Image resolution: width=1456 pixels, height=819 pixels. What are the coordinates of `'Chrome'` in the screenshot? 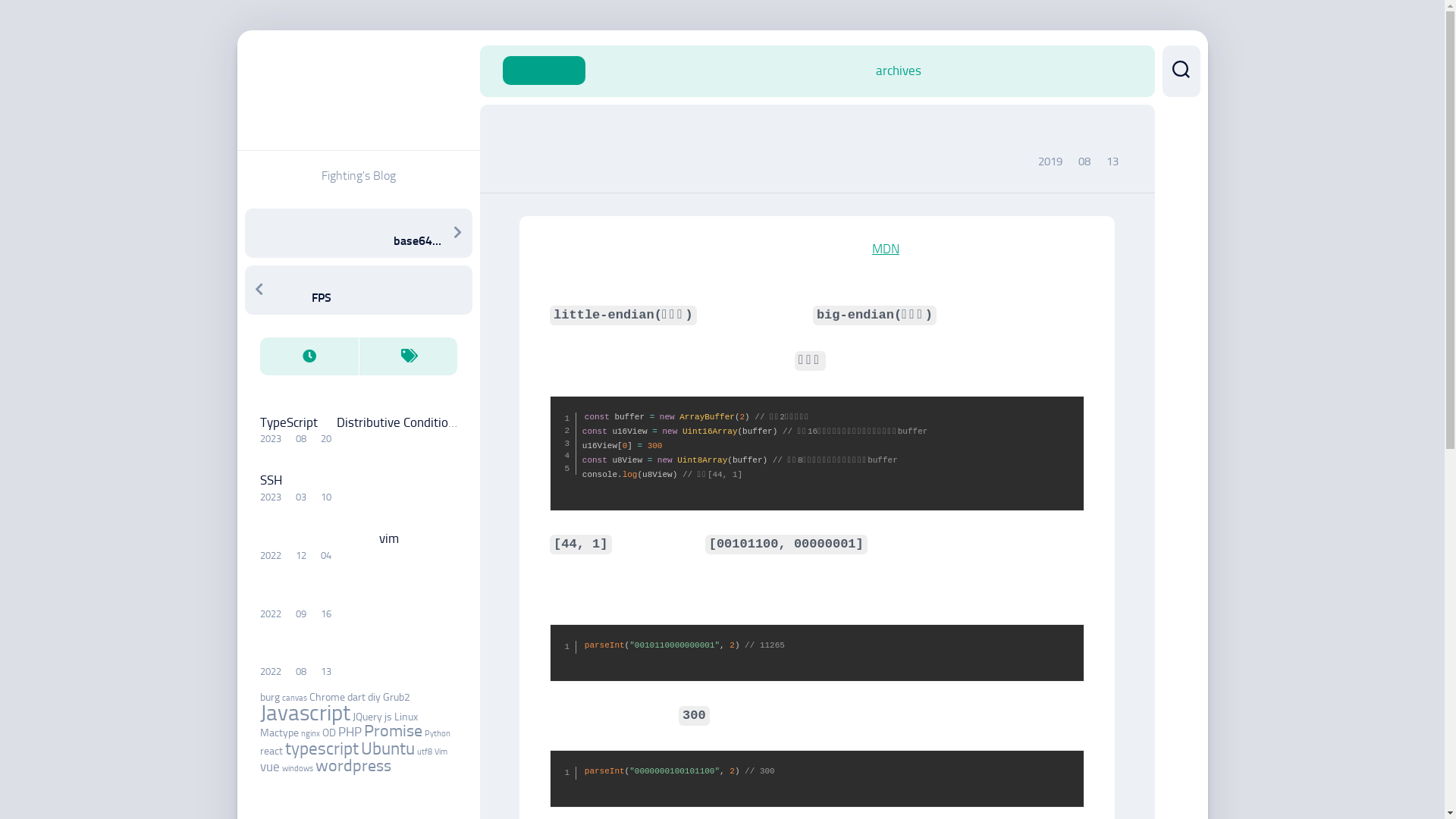 It's located at (309, 697).